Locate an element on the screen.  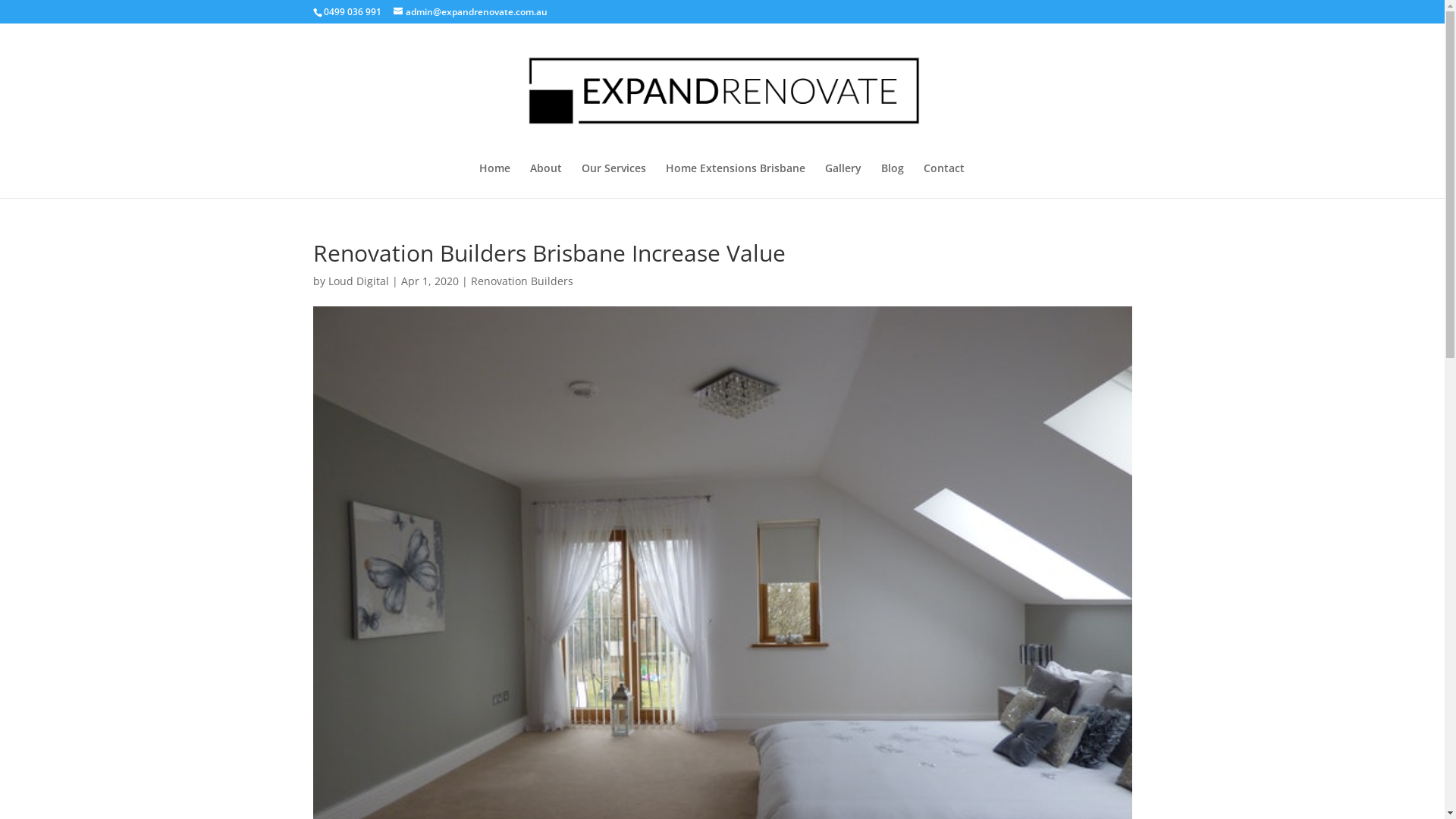
'About' is located at coordinates (545, 180).